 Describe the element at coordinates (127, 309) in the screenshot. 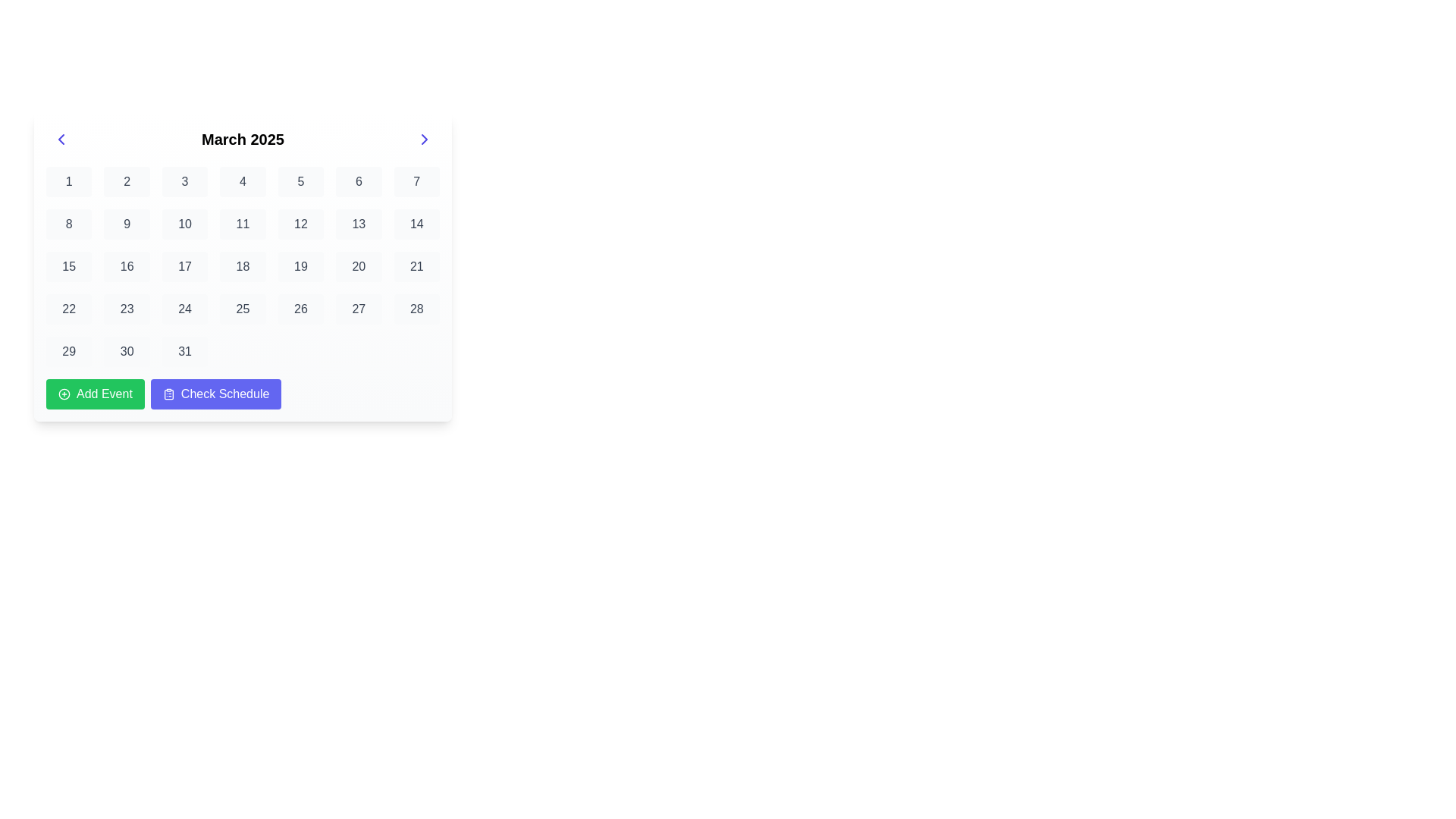

I see `the text display element in the calendar grid cell that shows the number '23', which has a light gray background and rounded edges` at that location.